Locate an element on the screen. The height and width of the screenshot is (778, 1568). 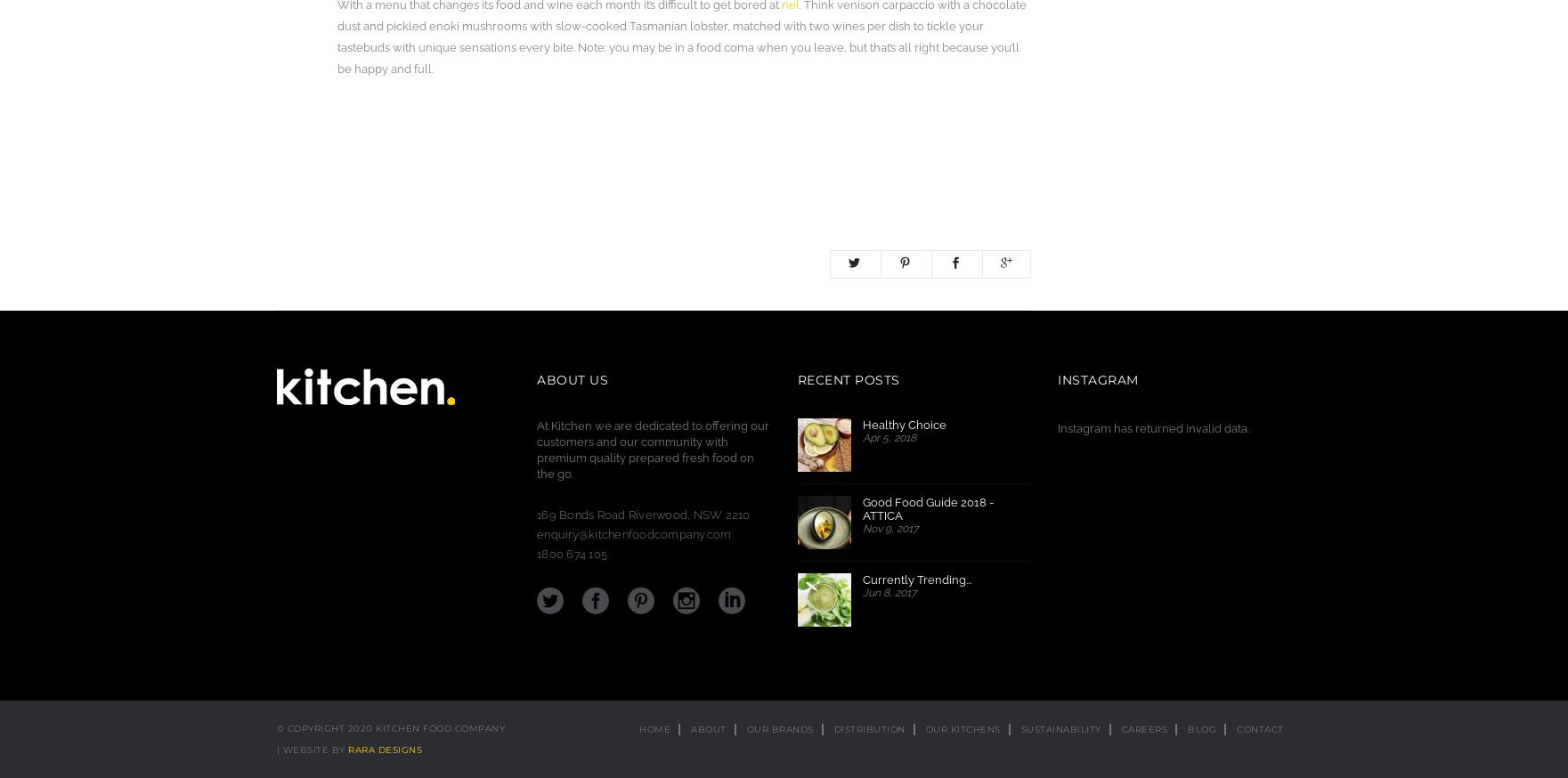
'Recent Posts' is located at coordinates (847, 380).